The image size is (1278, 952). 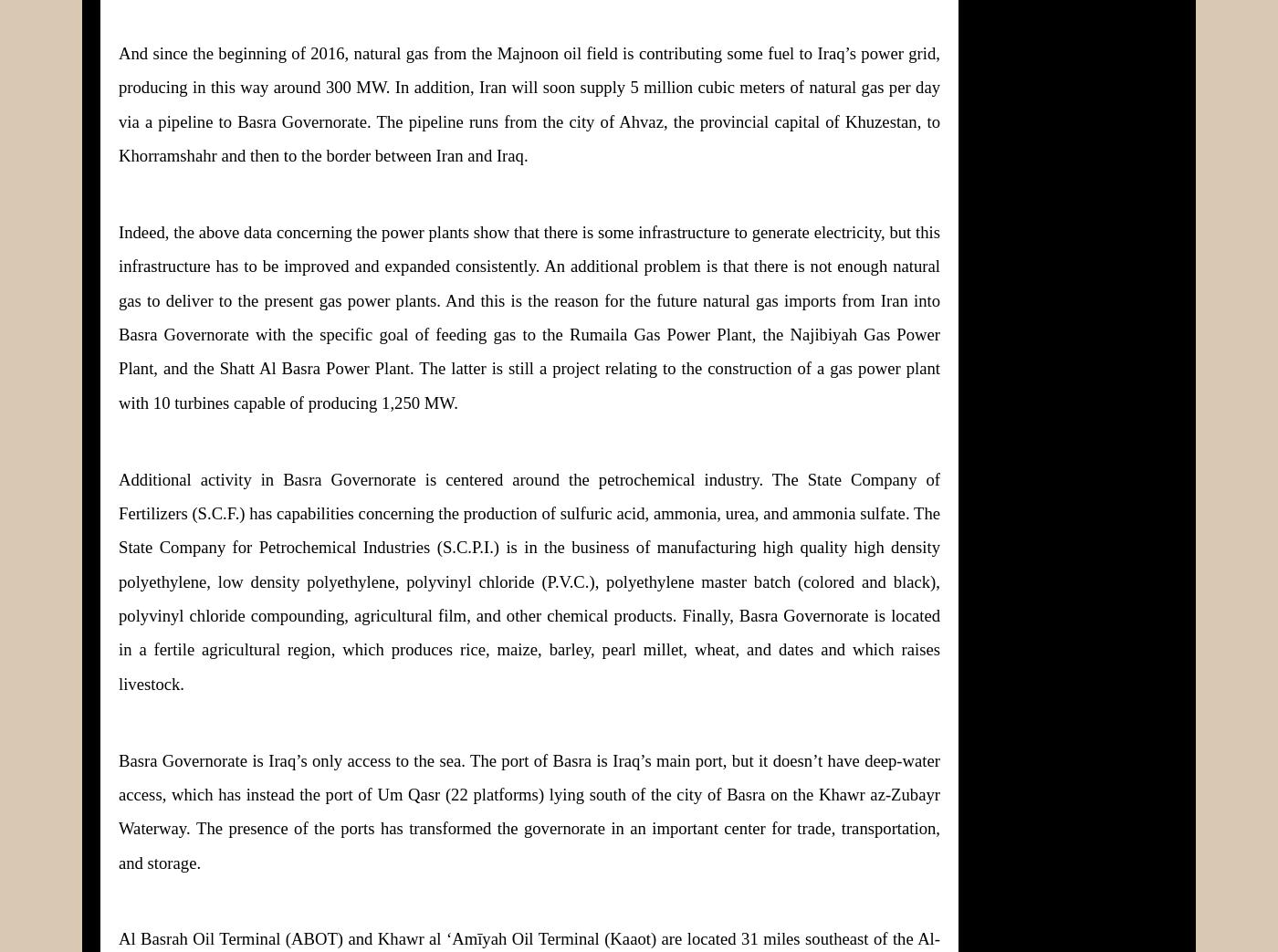 What do you see at coordinates (119, 649) in the screenshot?
I see `'Basra Governorate is located in a fertile agricultural
region, which produces rice, maize, barley, pearl millet, wheat, and dates and
which raises livestock.'` at bounding box center [119, 649].